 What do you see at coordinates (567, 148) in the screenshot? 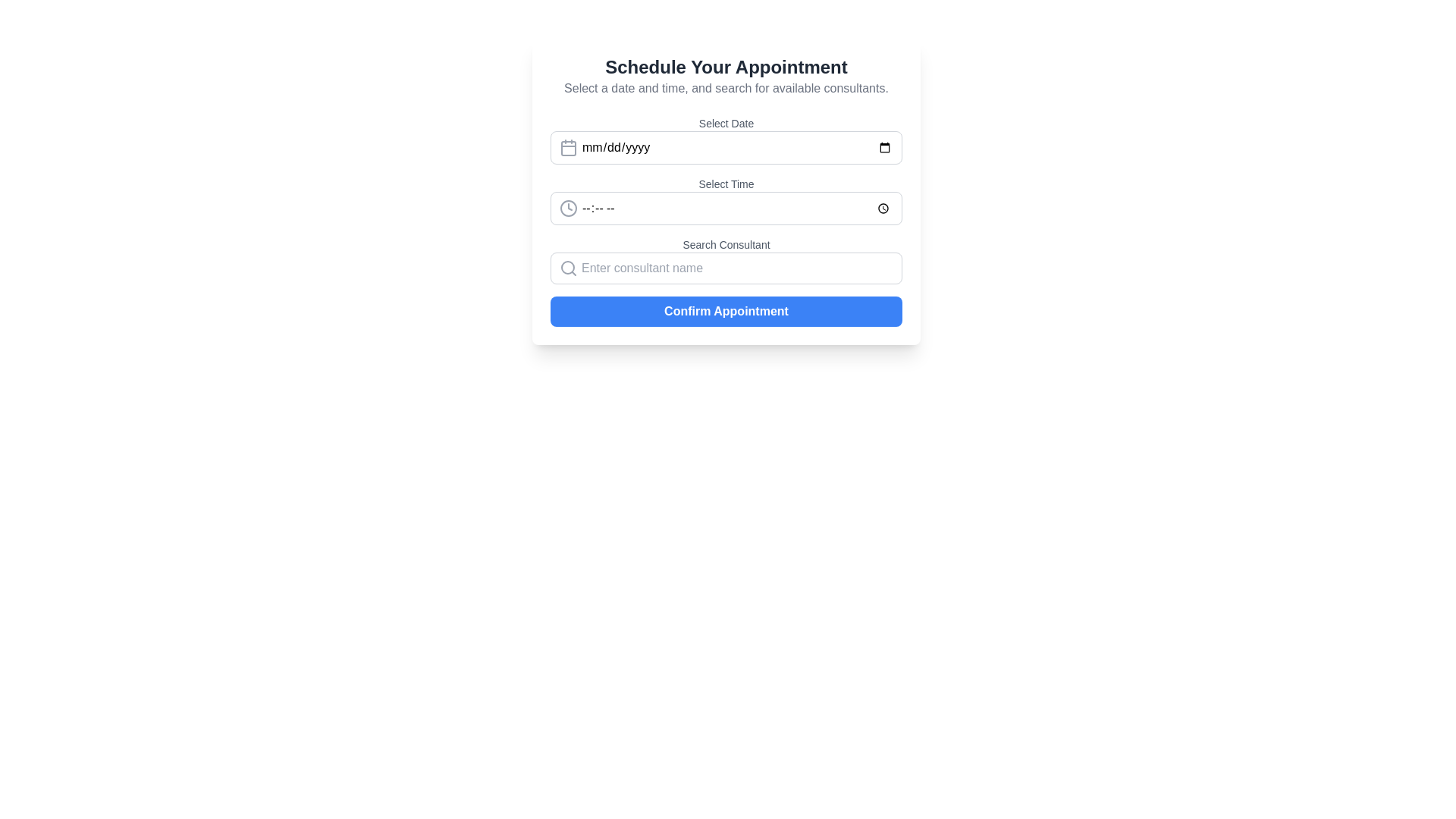
I see `the calendar icon that serves as a visual indicator for the date input field, positioned to the left of the 'Select Date' label` at bounding box center [567, 148].